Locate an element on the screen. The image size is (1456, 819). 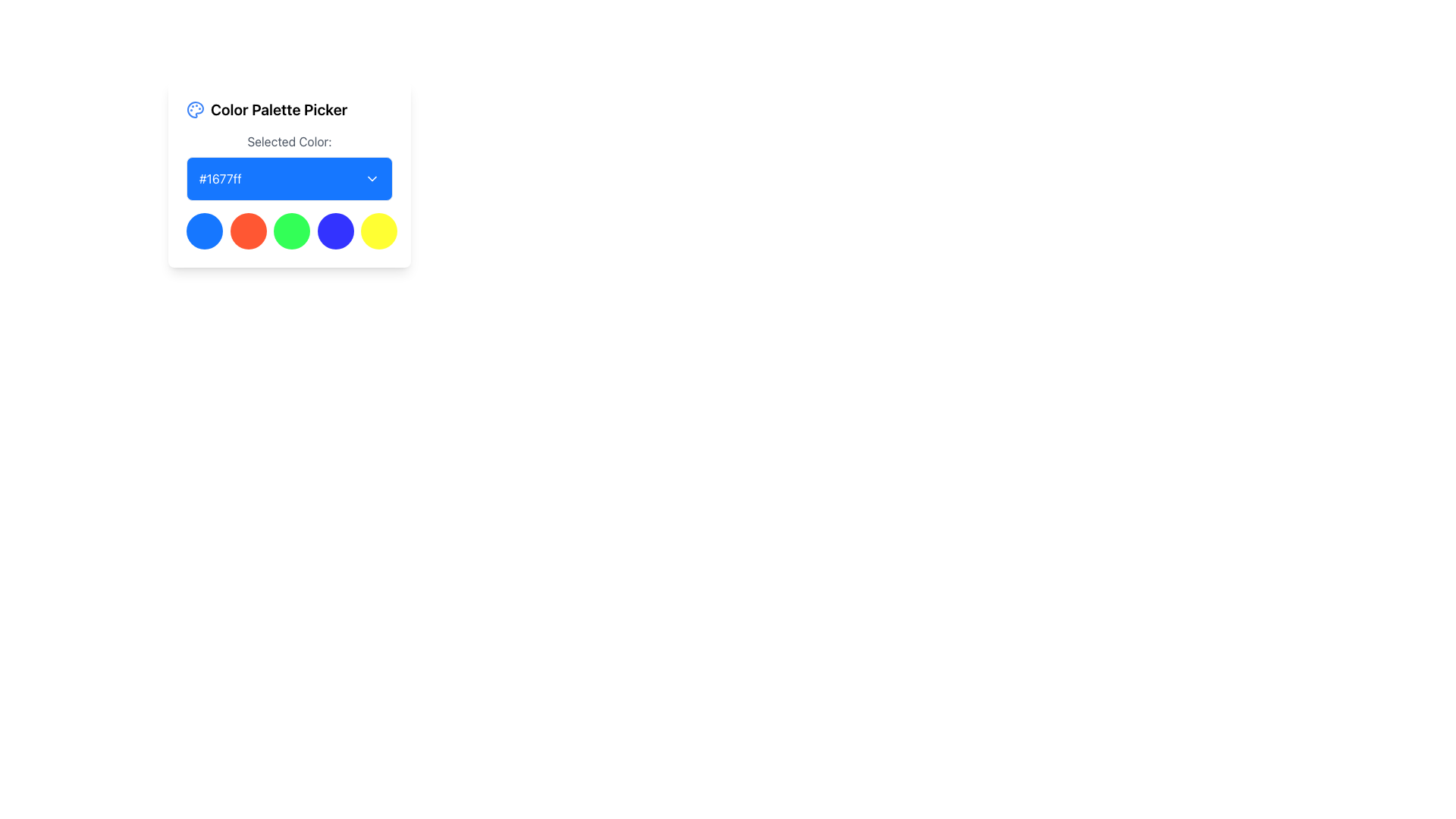
the second circular color selection button, which is bright red is located at coordinates (248, 231).